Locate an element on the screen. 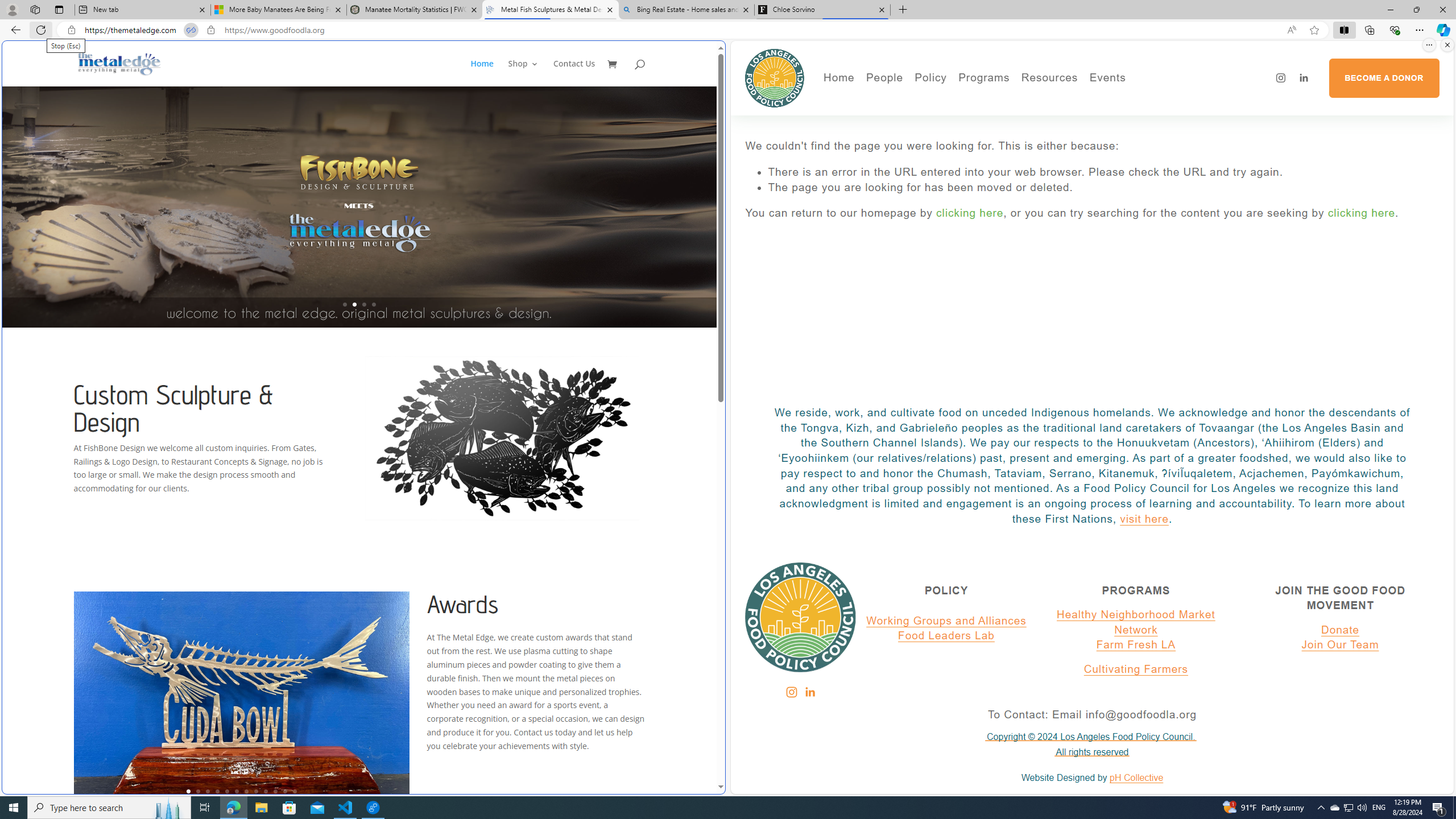 Image resolution: width=1456 pixels, height=819 pixels. 'Working Groups and Alliances' is located at coordinates (946, 621).